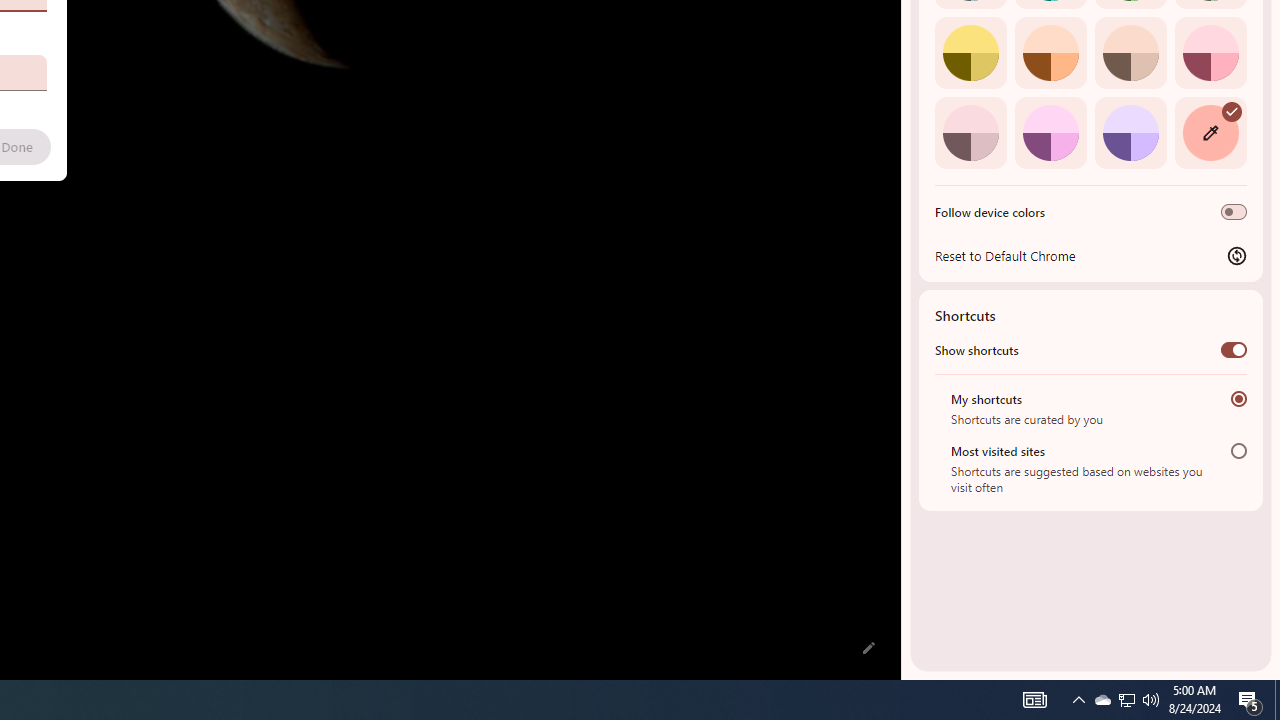 This screenshot has height=720, width=1280. What do you see at coordinates (1231, 111) in the screenshot?
I see `'AutomationID: svg'` at bounding box center [1231, 111].